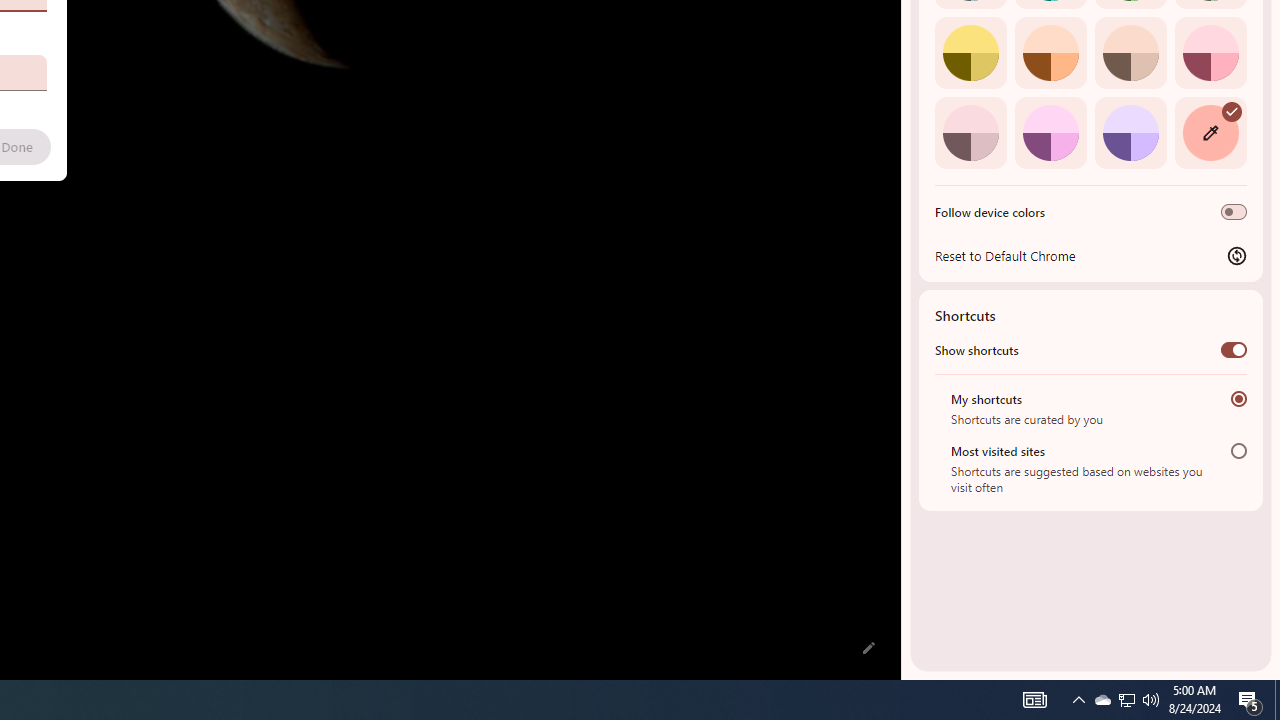 This screenshot has height=720, width=1280. What do you see at coordinates (1231, 111) in the screenshot?
I see `'AutomationID: svg'` at bounding box center [1231, 111].